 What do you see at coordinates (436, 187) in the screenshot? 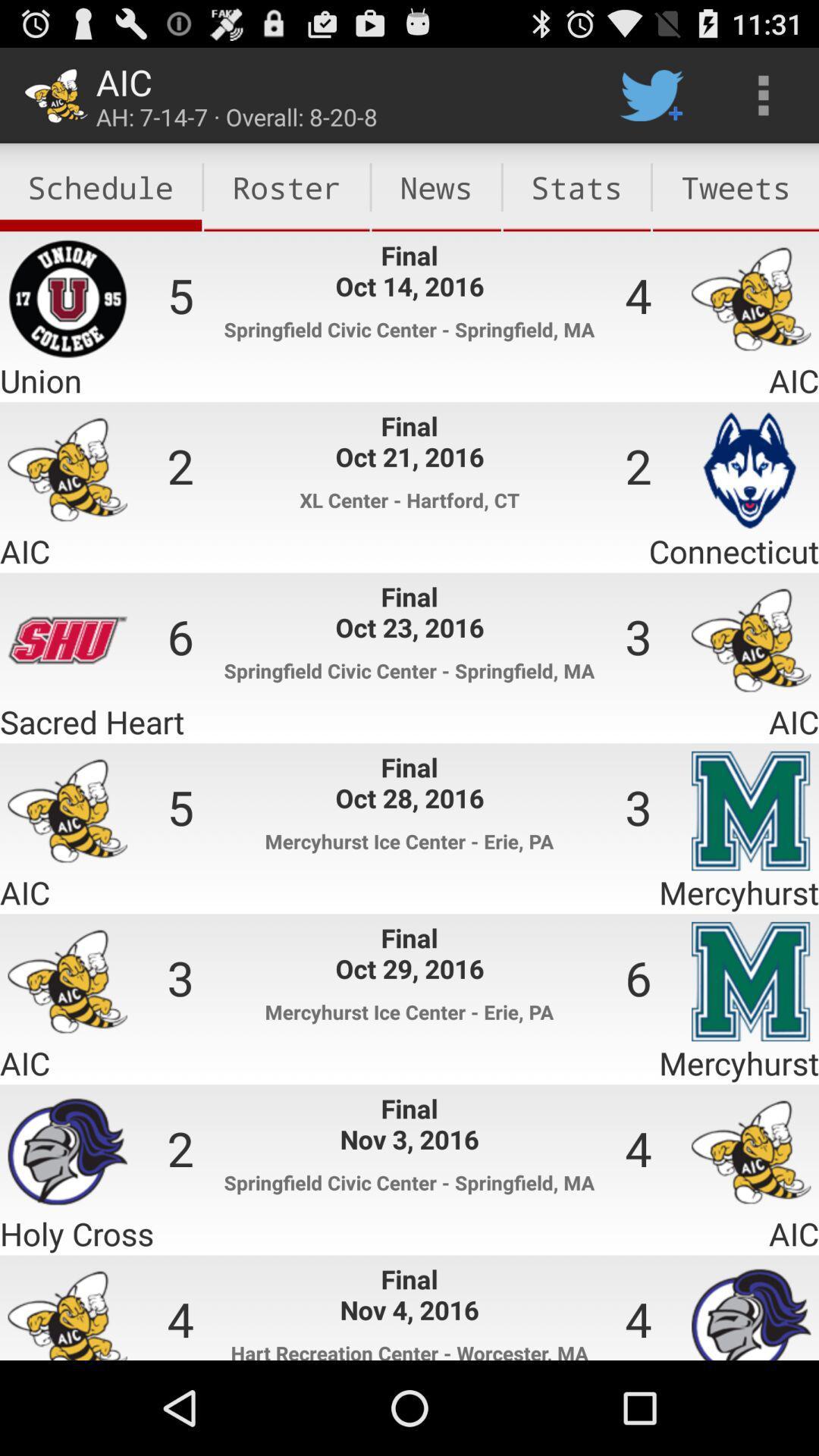
I see `news item` at bounding box center [436, 187].